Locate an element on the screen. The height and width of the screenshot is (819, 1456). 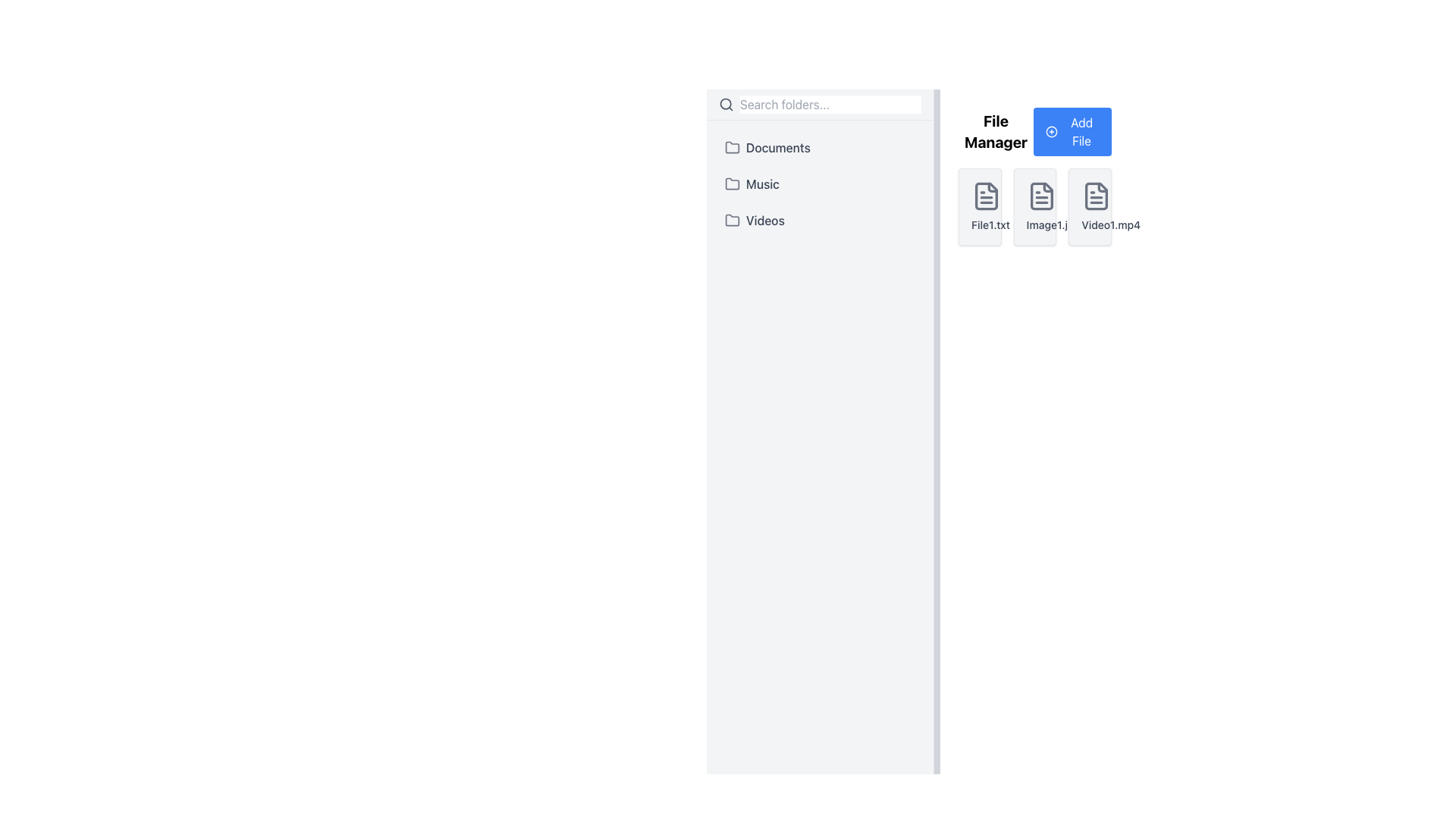
to select the 'Music' folder, which is the second item in the vertical list of folder entries in the left sidebar of the file navigation panel is located at coordinates (819, 184).